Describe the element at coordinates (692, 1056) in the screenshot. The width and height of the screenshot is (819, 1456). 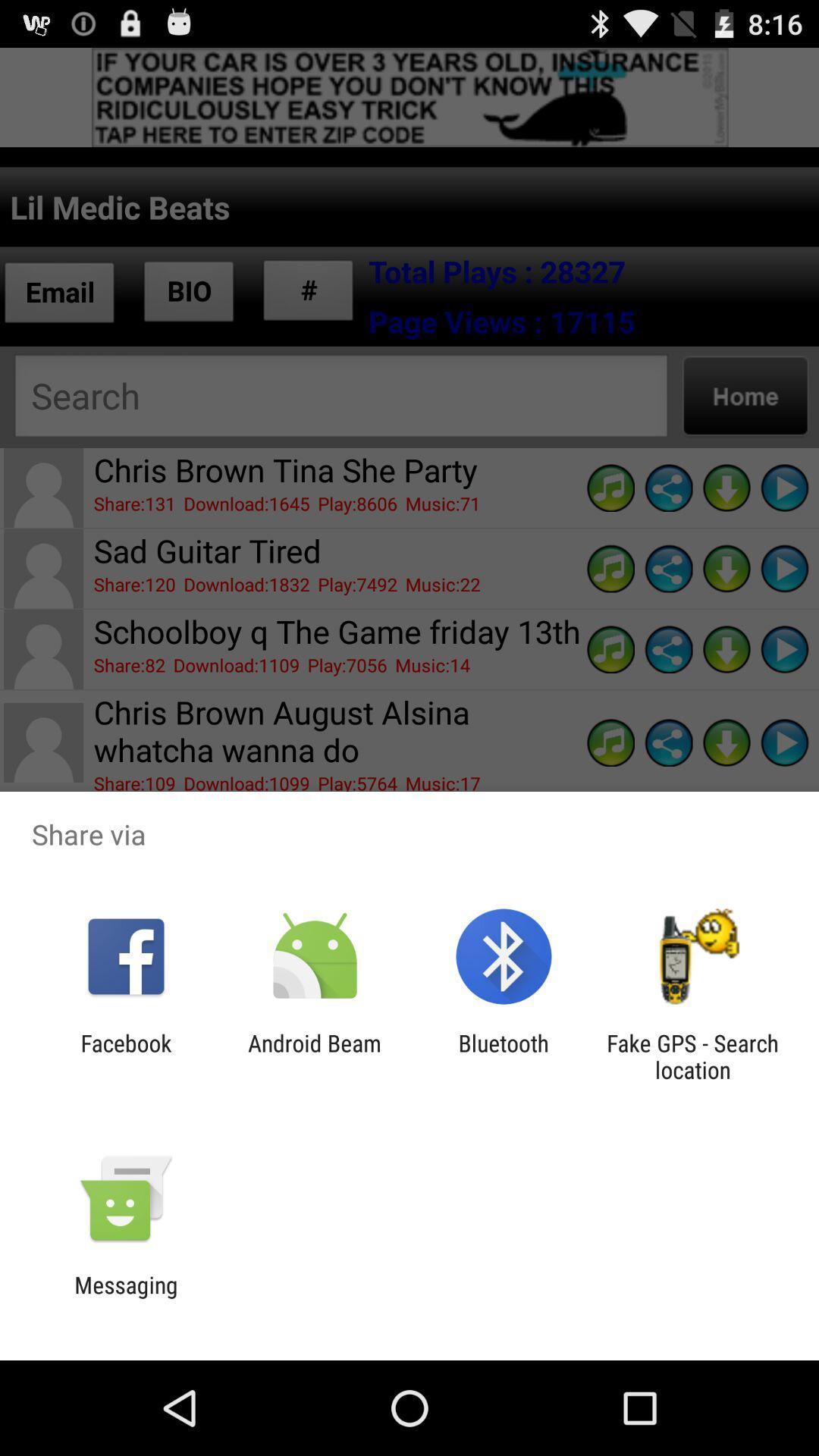
I see `fake gps search at the bottom right corner` at that location.